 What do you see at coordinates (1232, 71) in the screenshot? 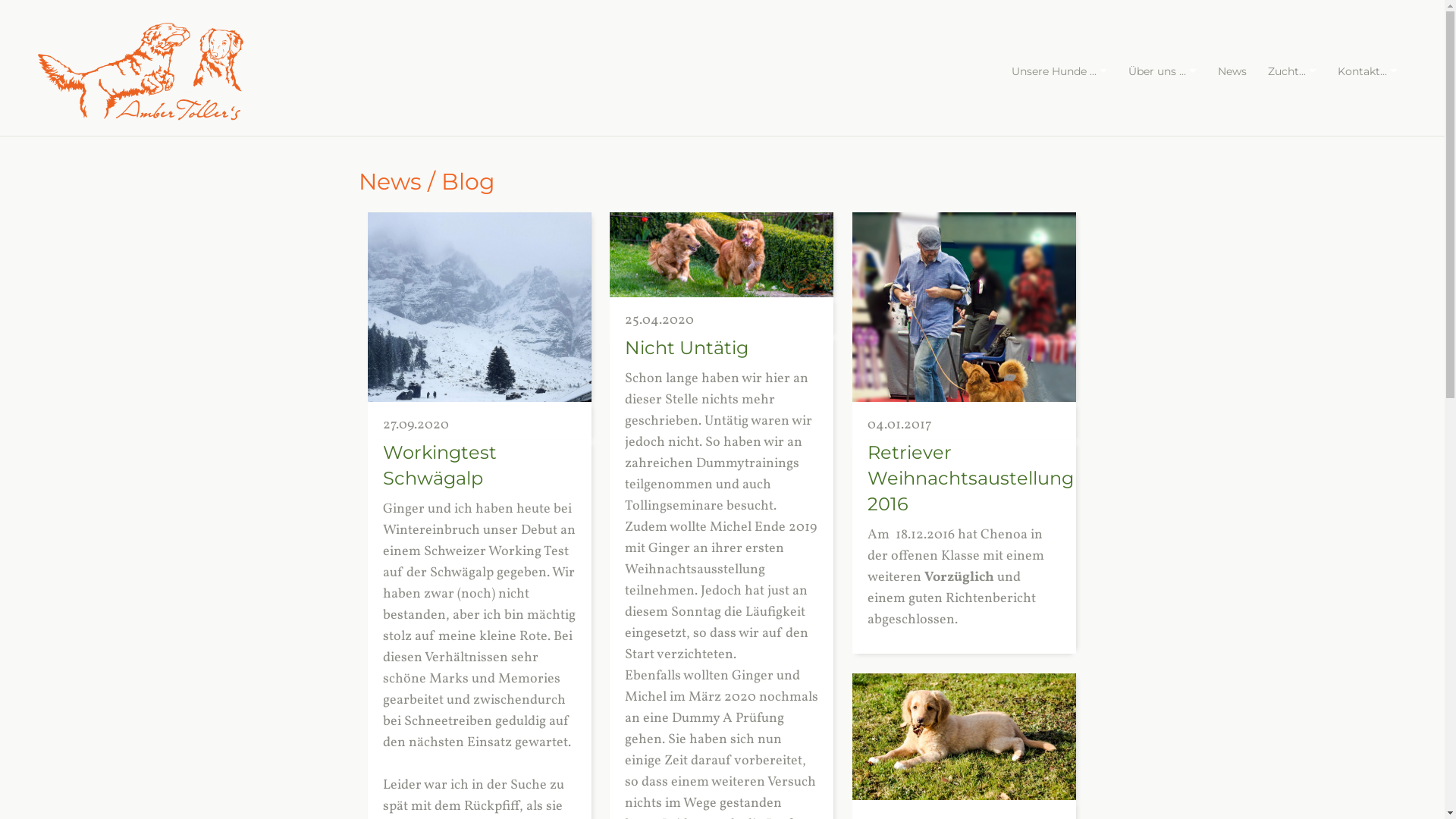
I see `'News'` at bounding box center [1232, 71].